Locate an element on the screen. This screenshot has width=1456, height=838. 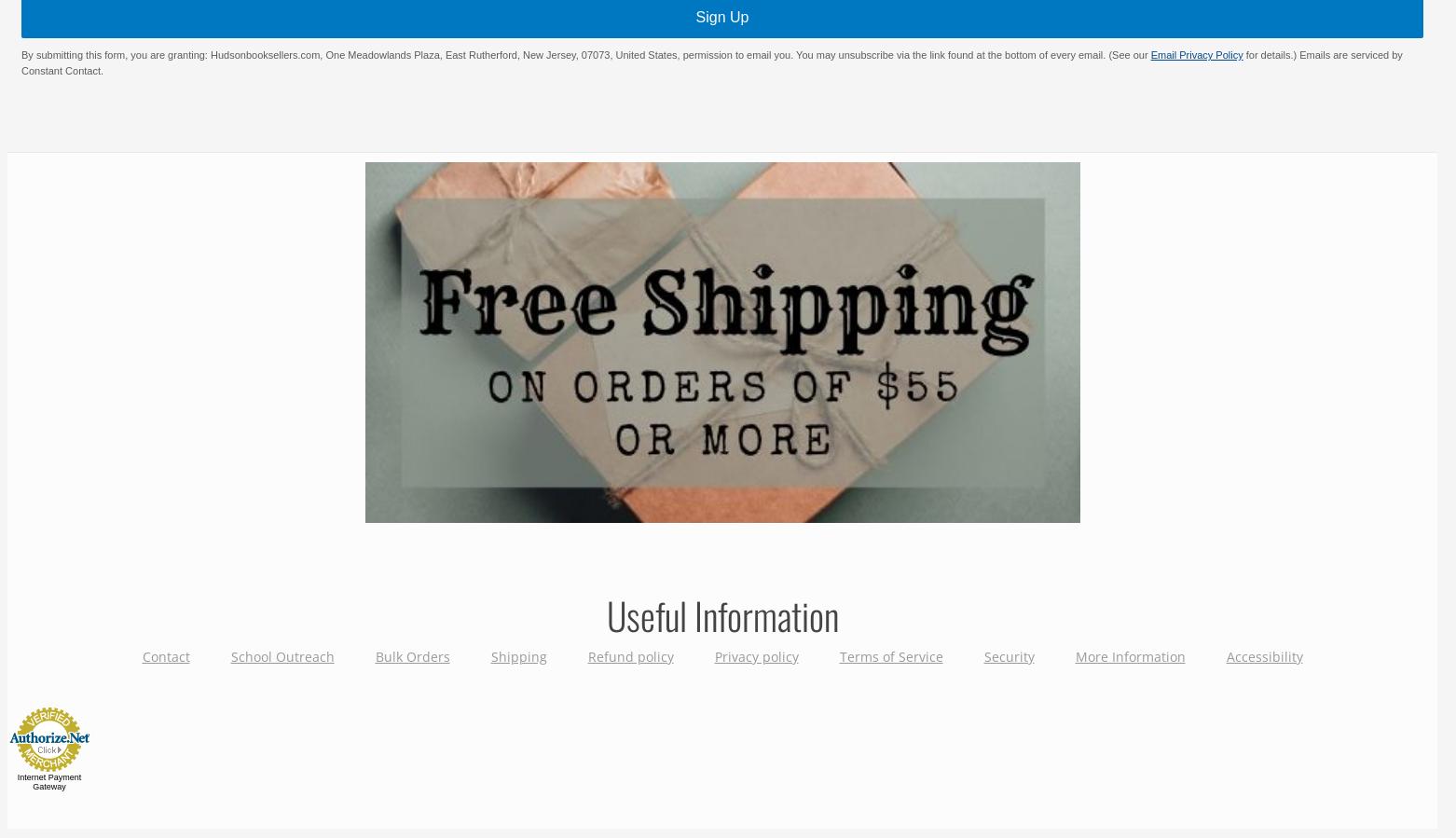
'Contact' is located at coordinates (164, 654).